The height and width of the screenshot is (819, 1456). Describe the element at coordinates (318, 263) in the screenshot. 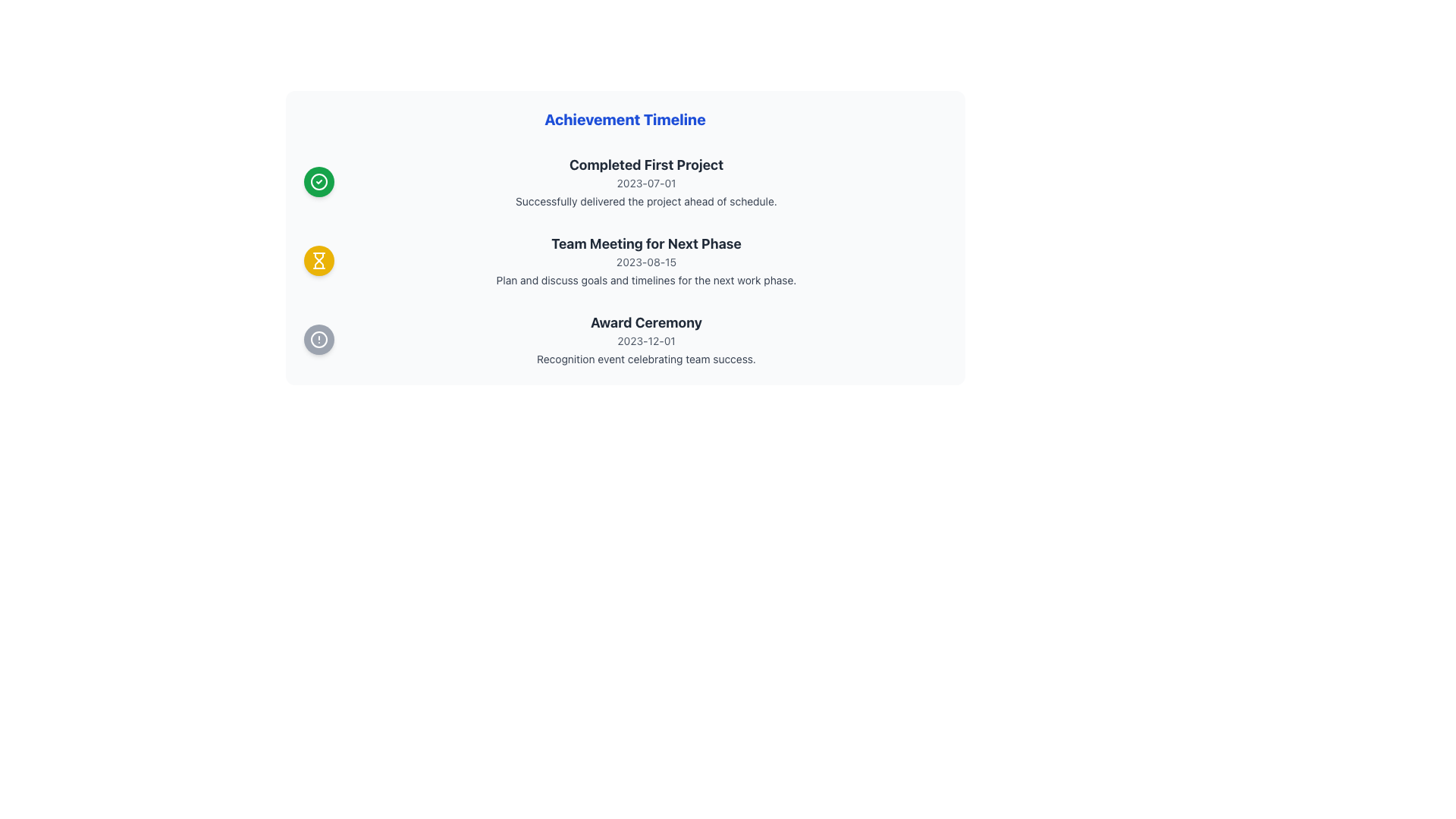

I see `the hourglass-shaped SVG icon` at that location.